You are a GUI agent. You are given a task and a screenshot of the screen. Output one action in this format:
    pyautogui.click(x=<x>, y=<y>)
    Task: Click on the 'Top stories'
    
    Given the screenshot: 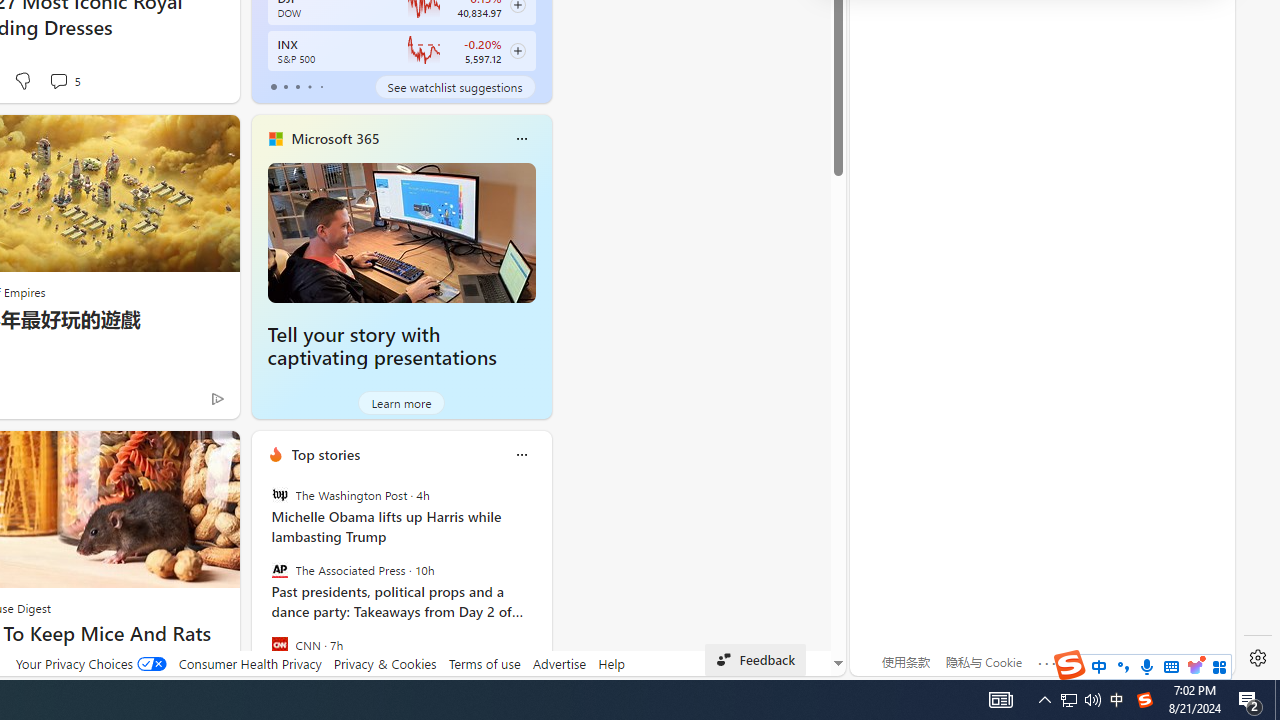 What is the action you would take?
    pyautogui.click(x=325, y=454)
    